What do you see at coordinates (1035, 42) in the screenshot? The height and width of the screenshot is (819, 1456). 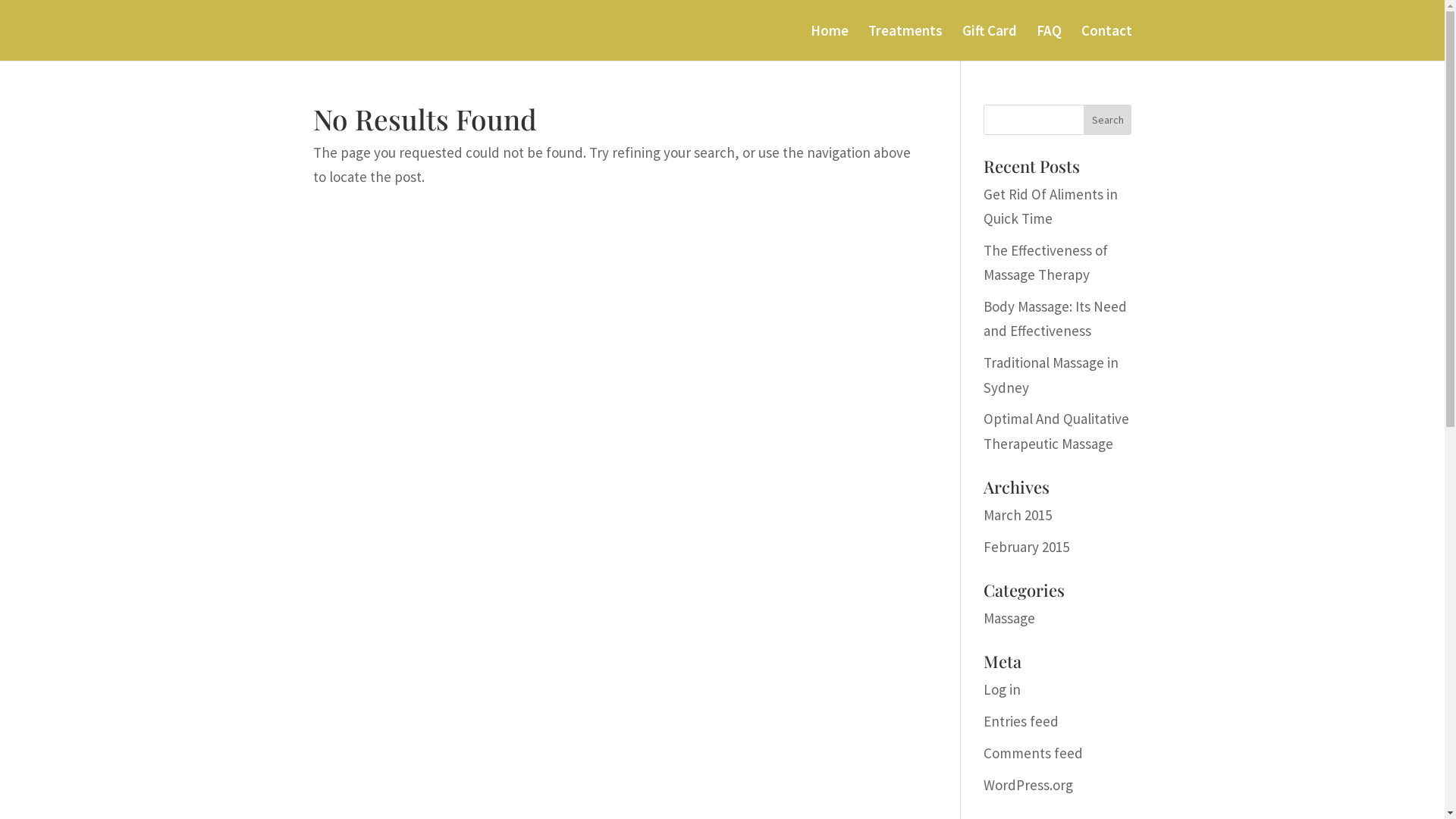 I see `'FAQ'` at bounding box center [1035, 42].